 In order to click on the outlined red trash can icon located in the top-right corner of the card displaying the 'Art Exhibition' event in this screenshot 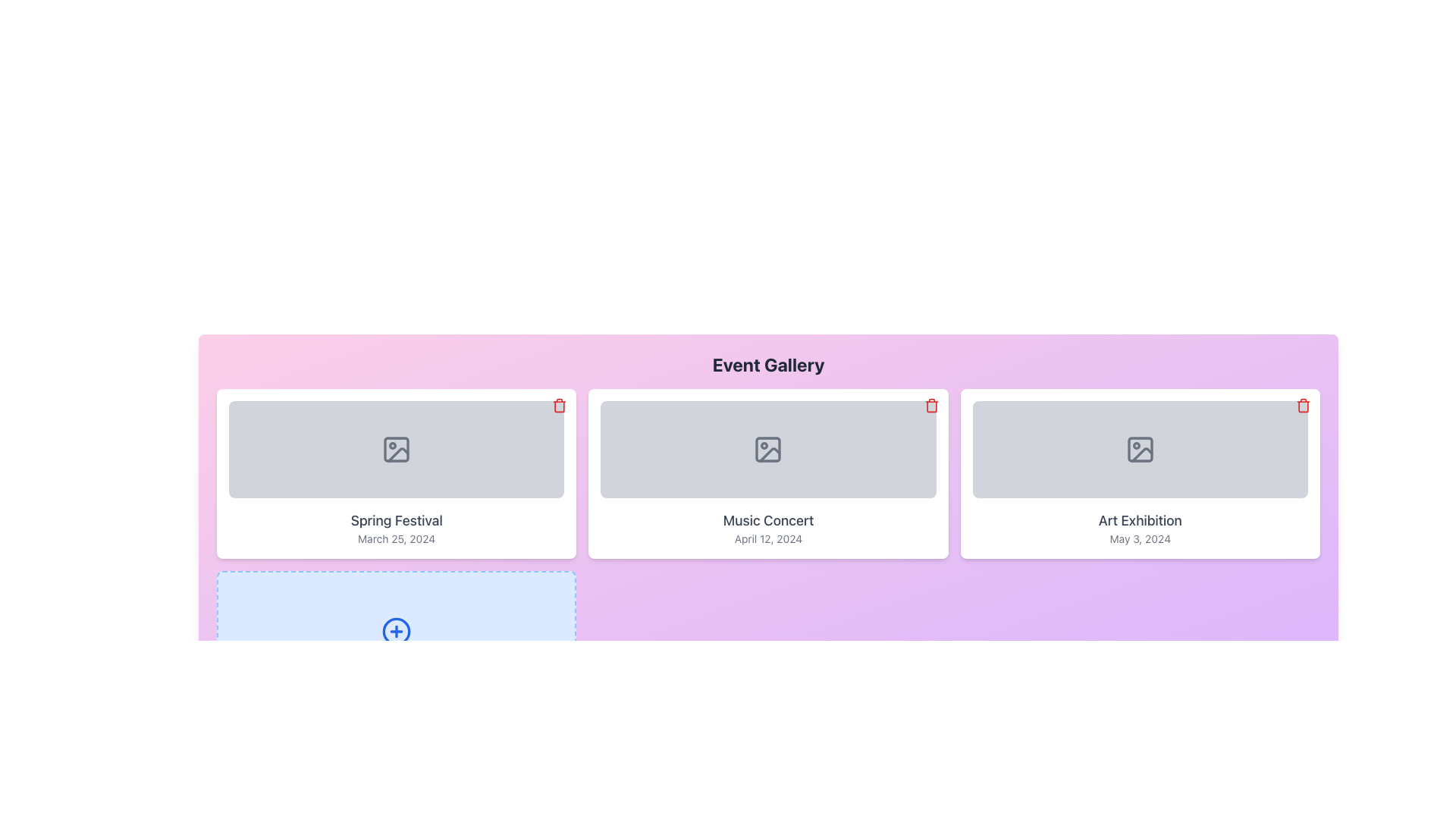, I will do `click(1302, 405)`.